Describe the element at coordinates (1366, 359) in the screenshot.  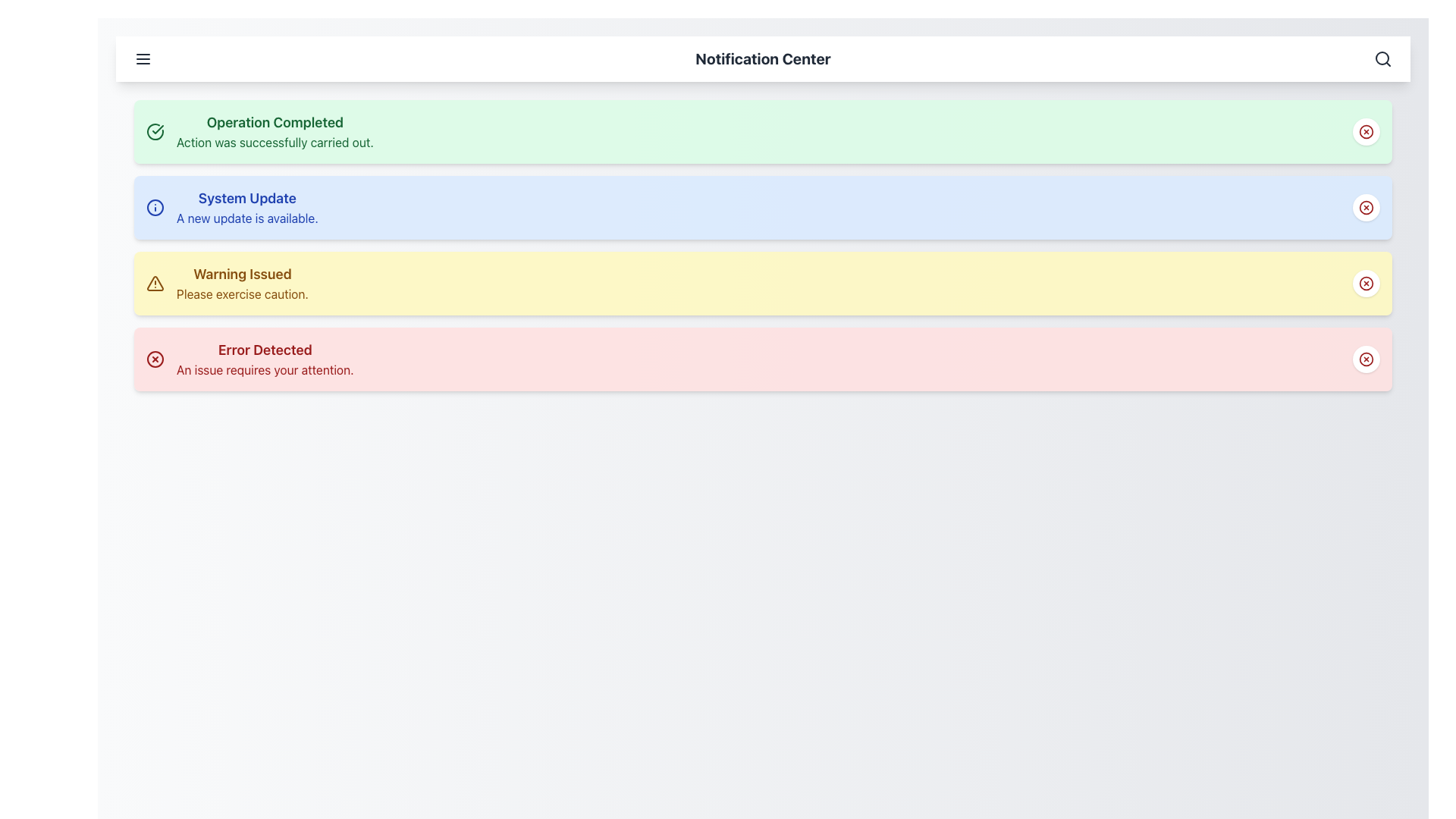
I see `the close button located on the far right side of the 'Error Detected' notification bar` at that location.